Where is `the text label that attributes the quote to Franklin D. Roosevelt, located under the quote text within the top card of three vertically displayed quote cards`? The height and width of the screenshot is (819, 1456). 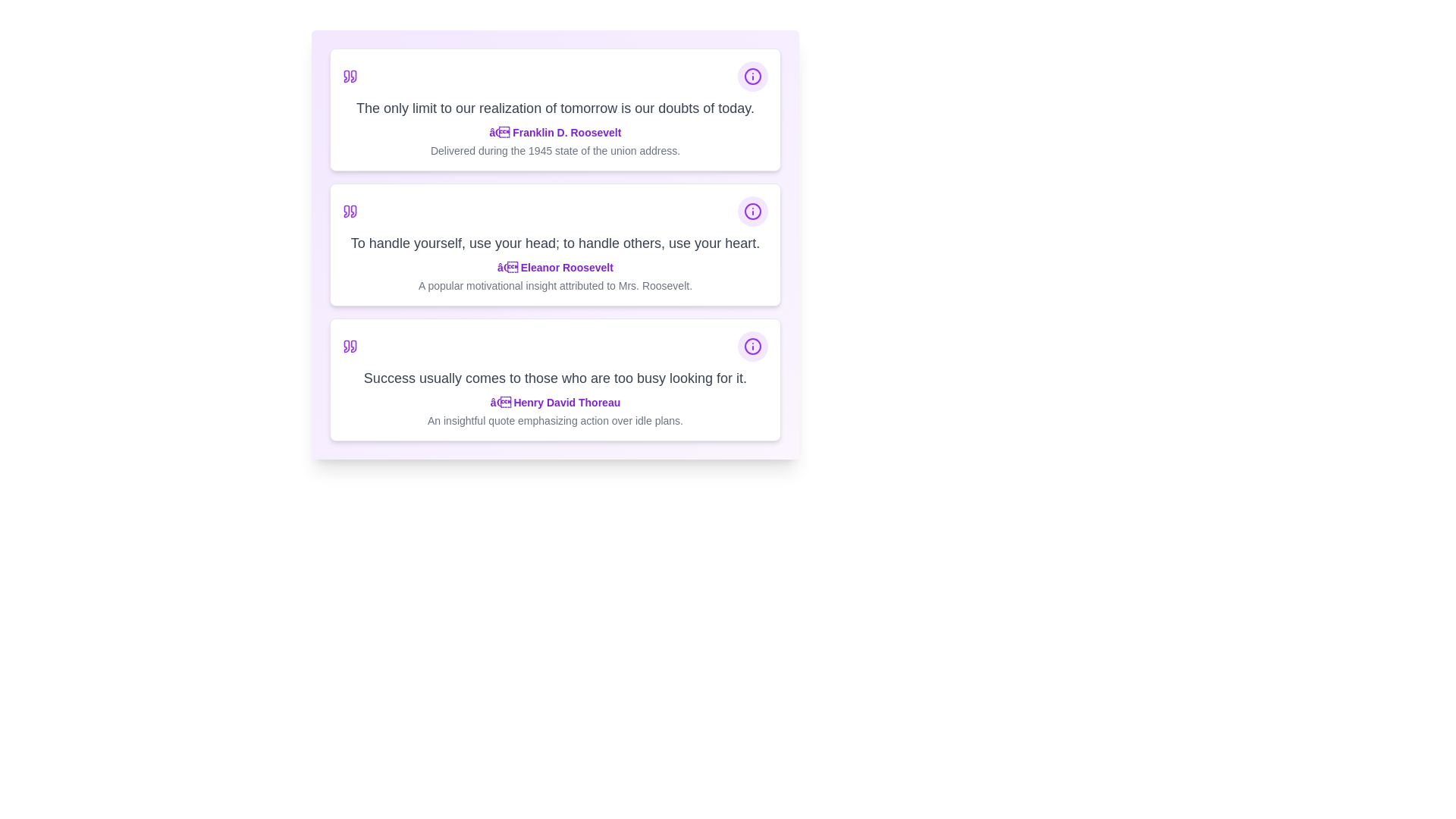
the text label that attributes the quote to Franklin D. Roosevelt, located under the quote text within the top card of three vertically displayed quote cards is located at coordinates (554, 131).